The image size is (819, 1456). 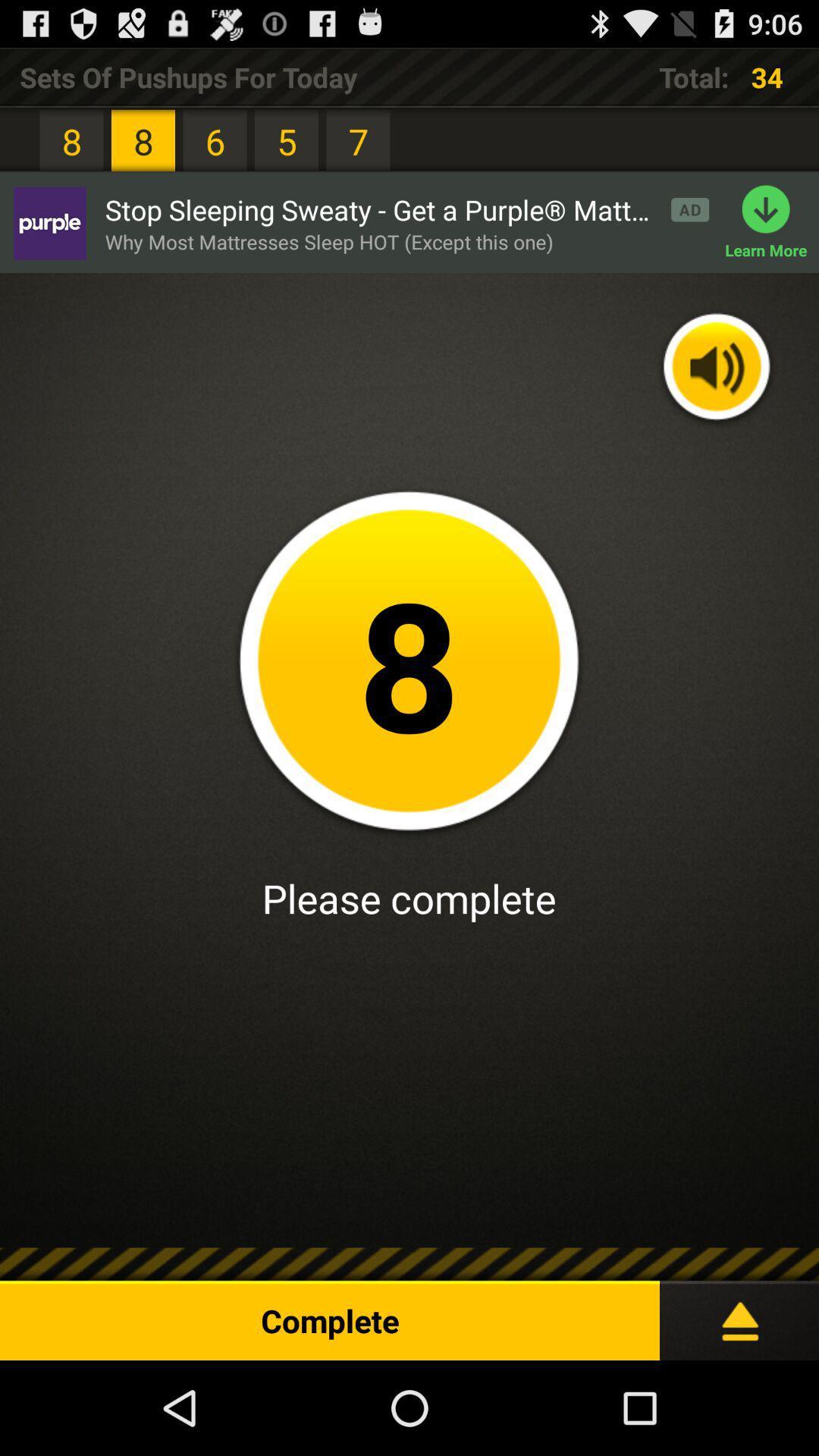 What do you see at coordinates (772, 222) in the screenshot?
I see `the icon to the right of stop sleeping sweaty icon` at bounding box center [772, 222].